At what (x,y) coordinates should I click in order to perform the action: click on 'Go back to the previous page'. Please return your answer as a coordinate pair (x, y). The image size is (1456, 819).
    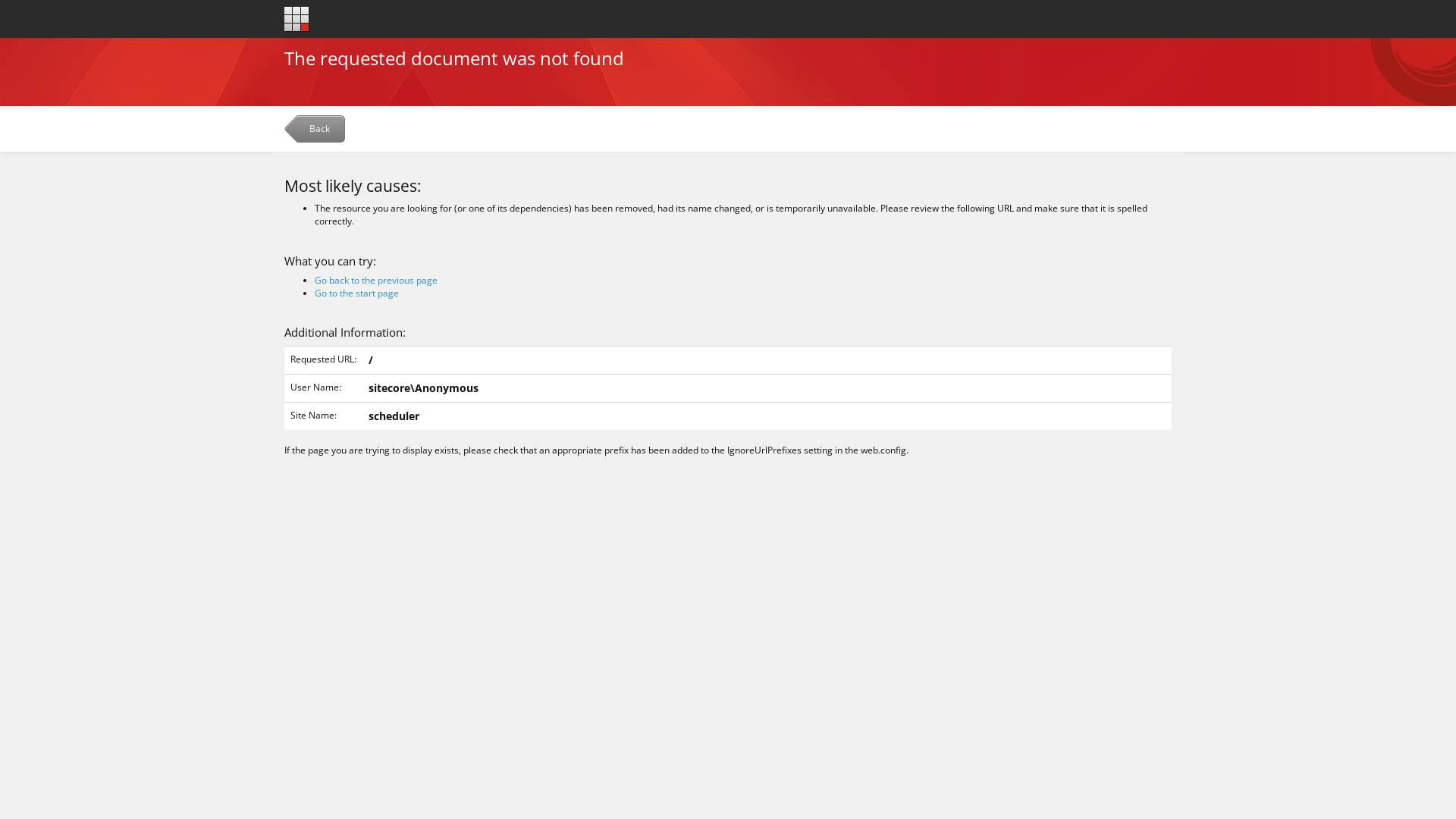
    Looking at the image, I should click on (375, 280).